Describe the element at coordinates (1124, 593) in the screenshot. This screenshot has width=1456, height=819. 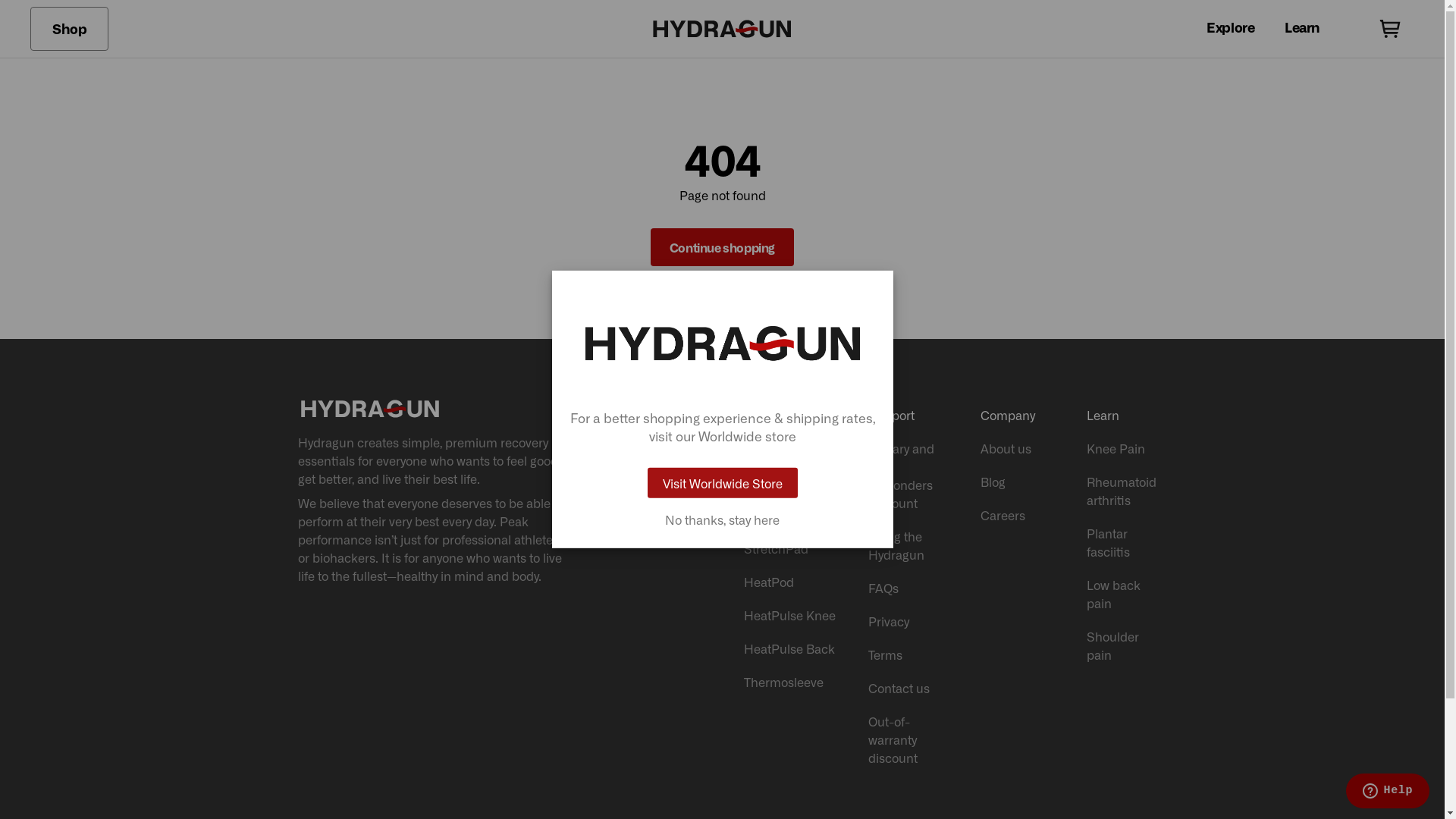
I see `'Low back pain'` at that location.